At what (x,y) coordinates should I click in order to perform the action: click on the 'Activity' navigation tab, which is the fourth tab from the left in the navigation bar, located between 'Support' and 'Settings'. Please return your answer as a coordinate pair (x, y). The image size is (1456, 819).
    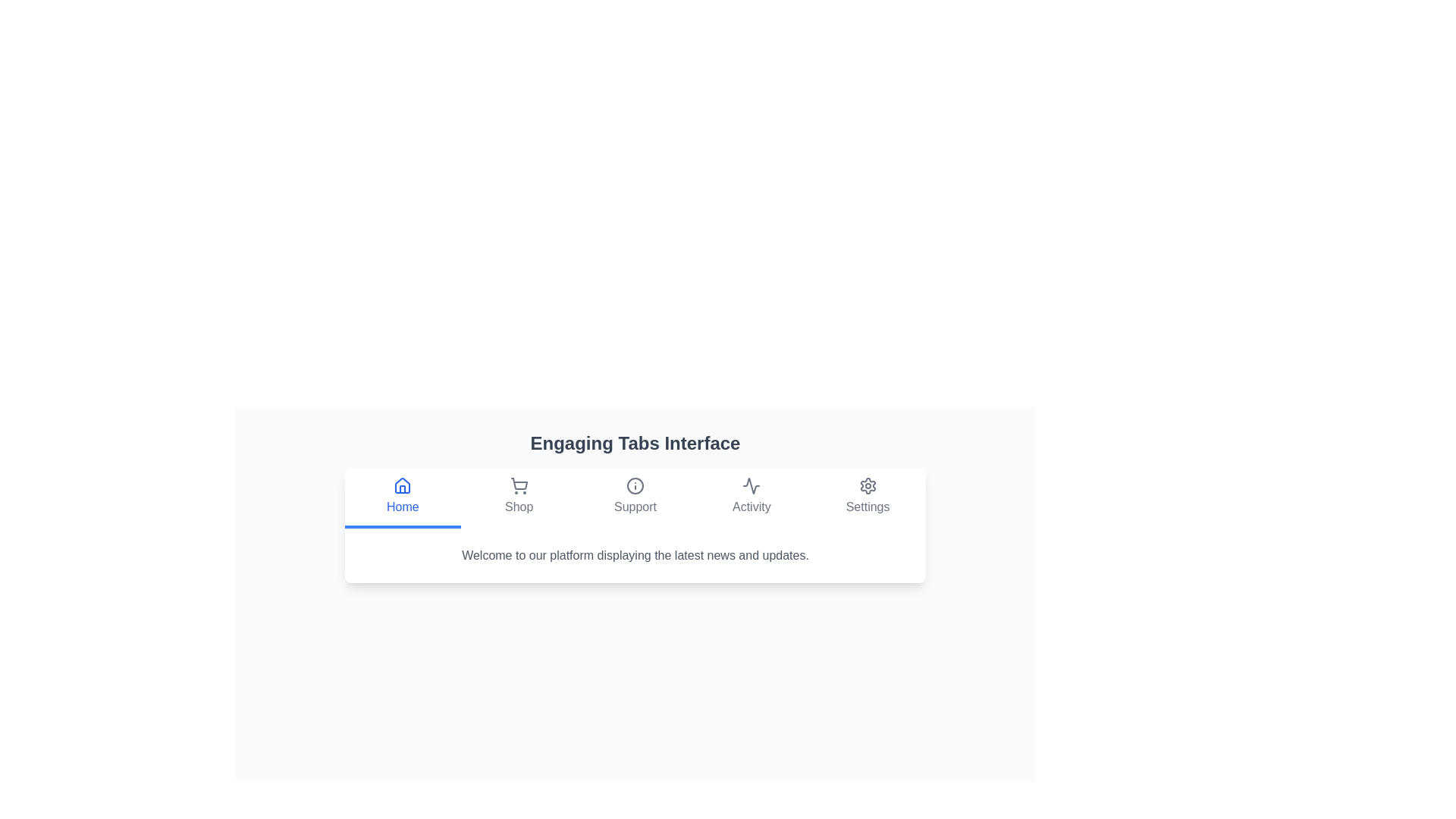
    Looking at the image, I should click on (752, 497).